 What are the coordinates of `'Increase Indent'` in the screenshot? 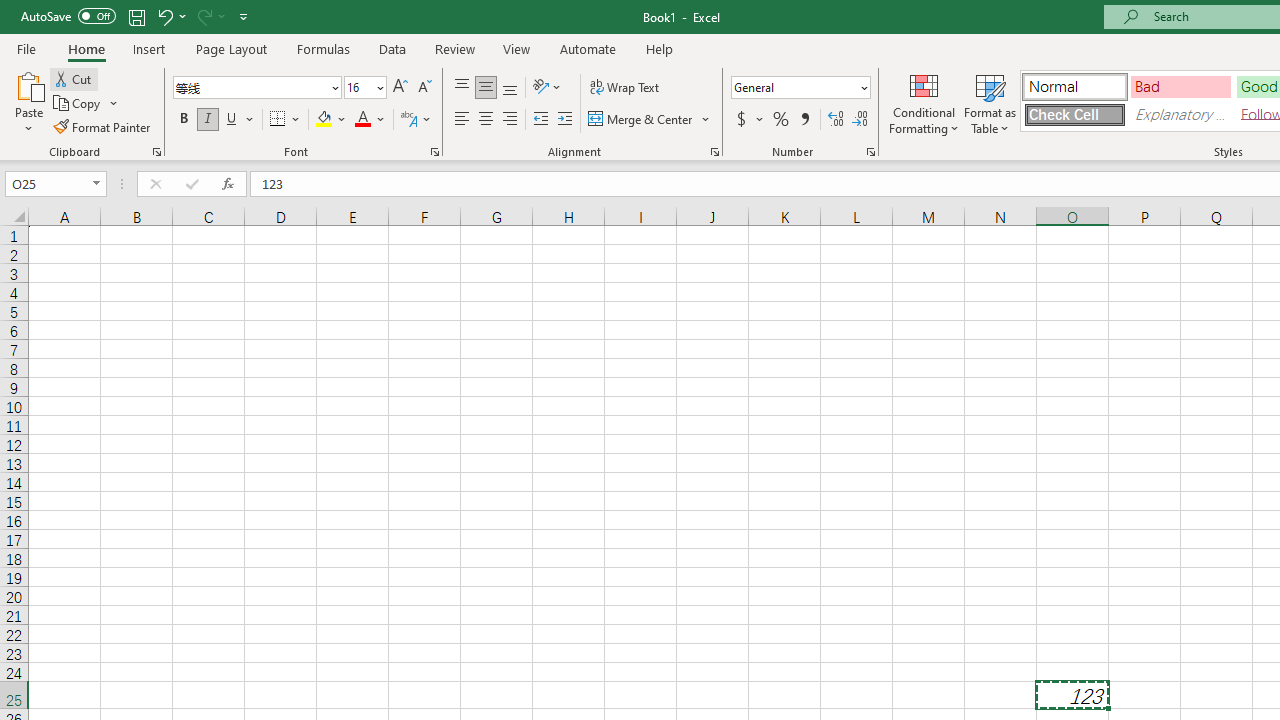 It's located at (564, 119).